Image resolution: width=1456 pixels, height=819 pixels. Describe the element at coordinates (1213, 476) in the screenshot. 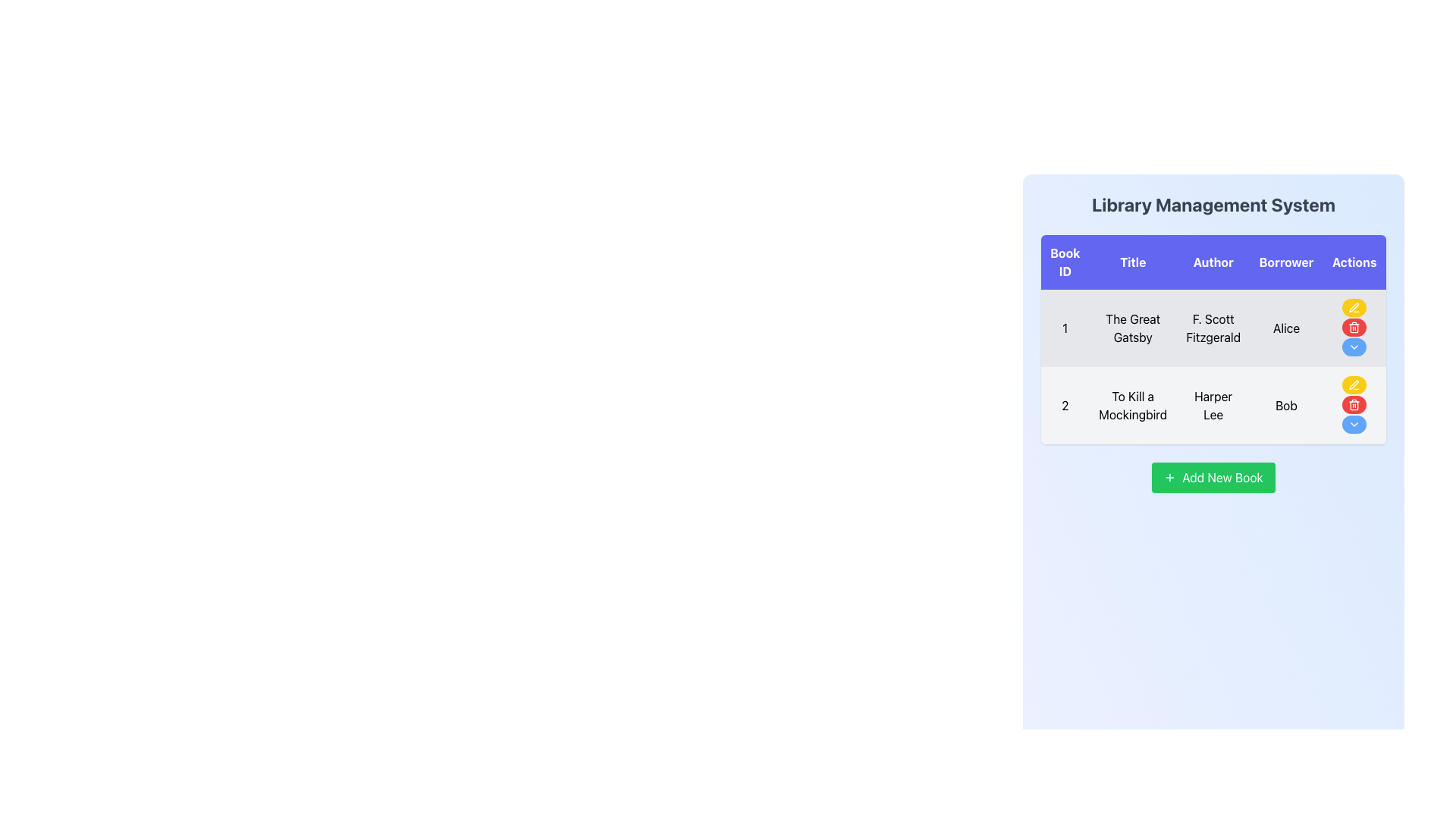

I see `the 'Add New Book' button with a green background and white text located below the book information table` at that location.